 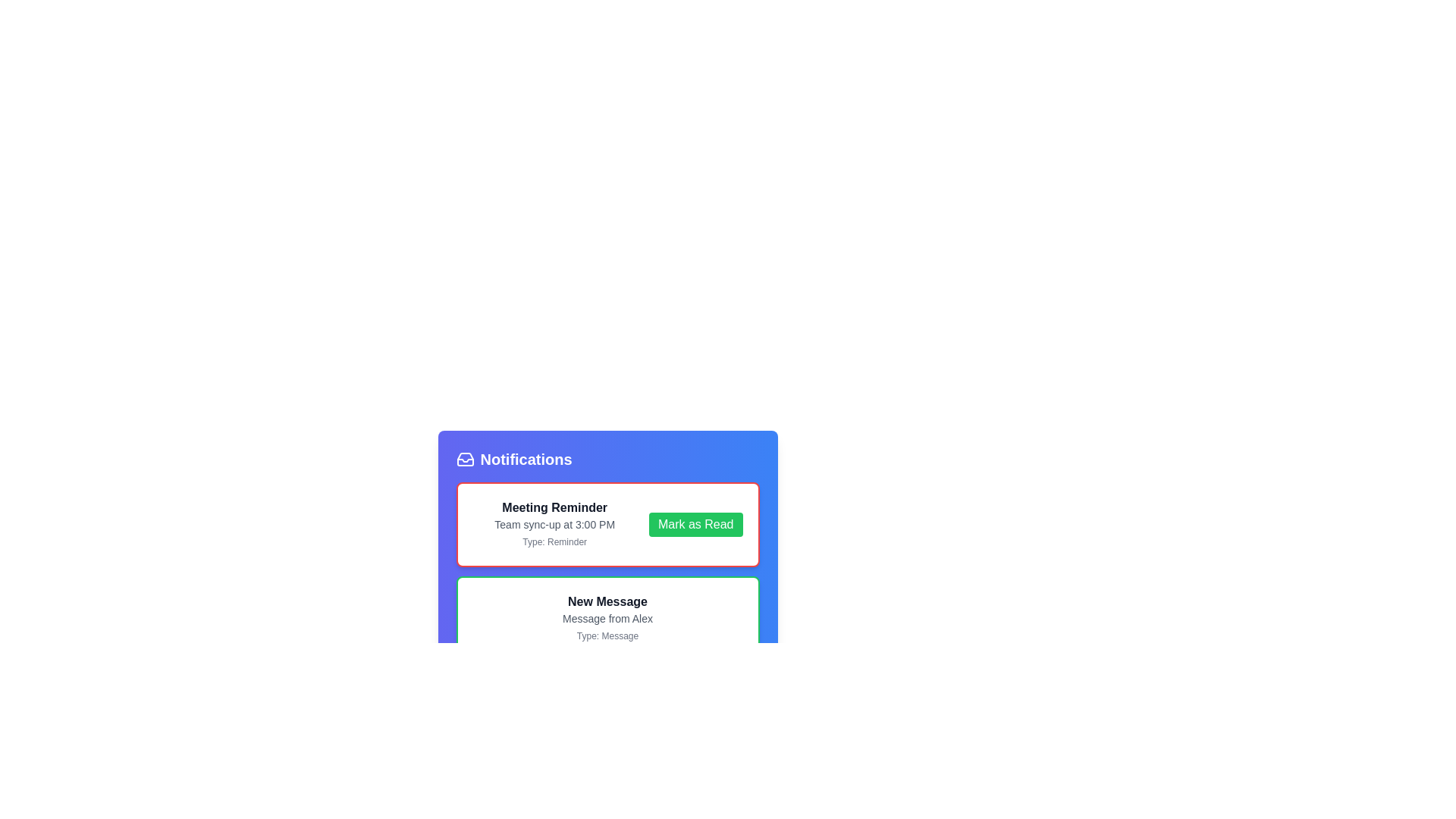 I want to click on the SVG shape that visually represents part of the notifications icon, located near the top-left of the interface, specifically above the 'Notifications' section, so click(x=464, y=460).